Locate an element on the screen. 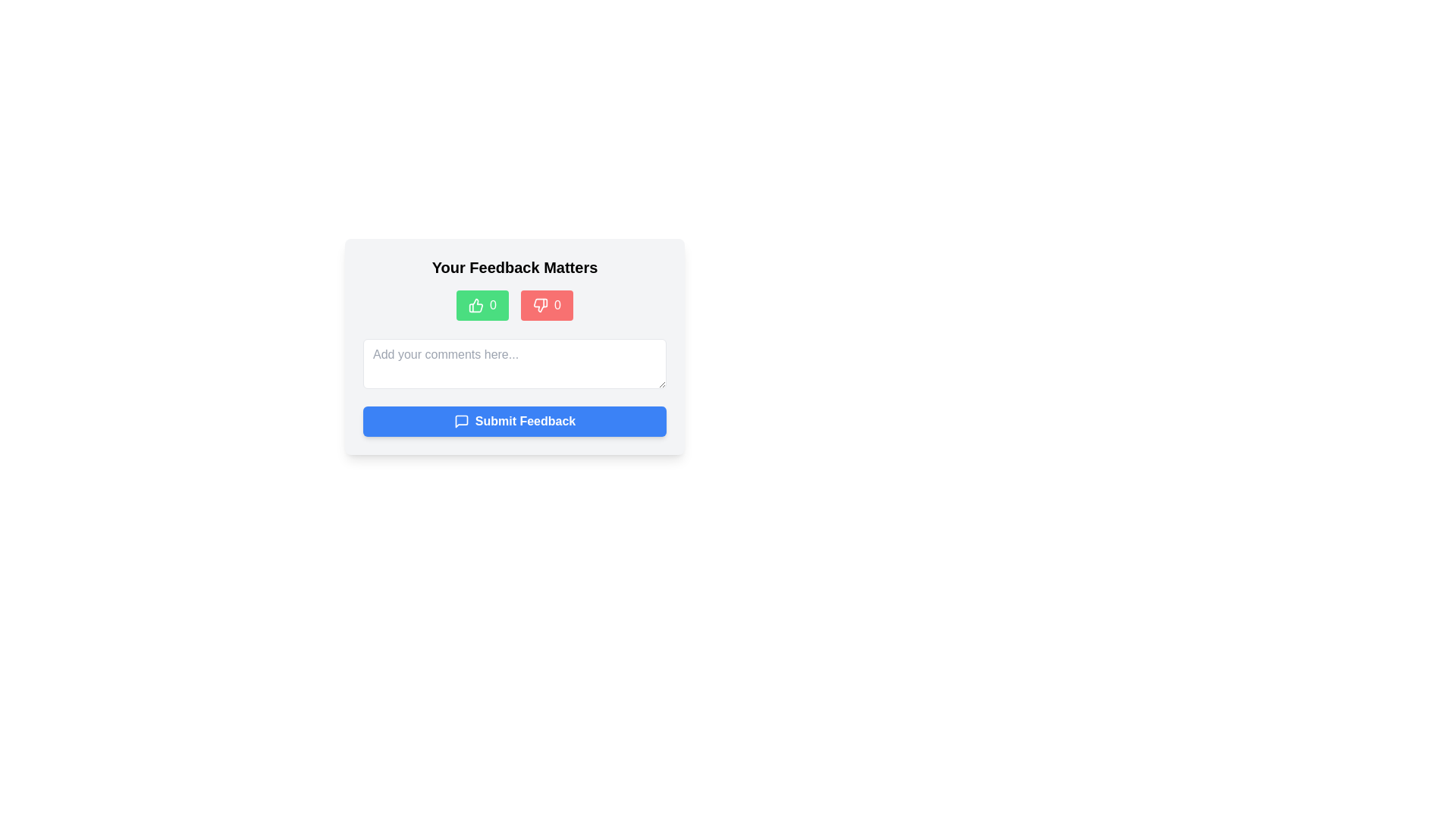  the green rectangular button with a thumbs-up icon and a numerical counter displaying '0' is located at coordinates (482, 305).